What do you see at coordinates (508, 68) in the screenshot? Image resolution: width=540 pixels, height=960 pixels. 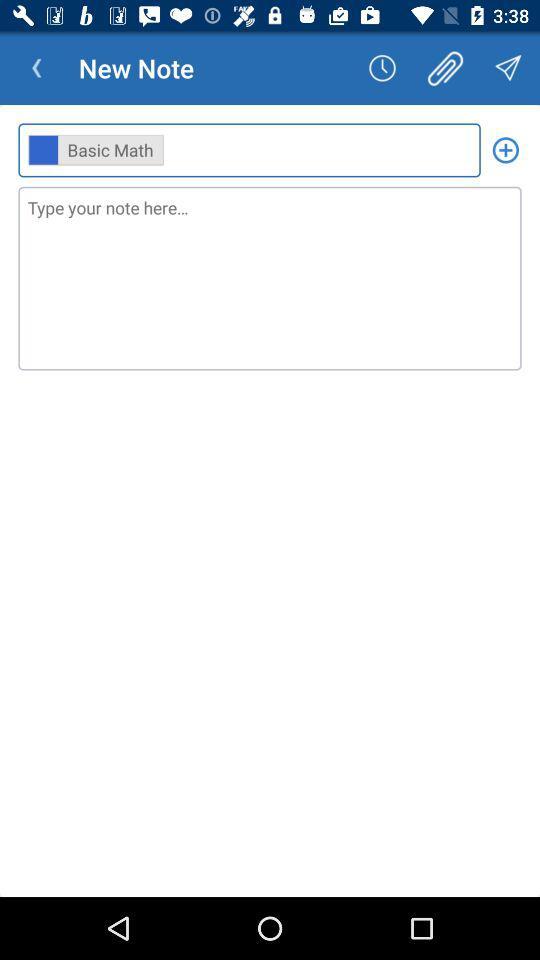 I see `the icon above the ,,  item` at bounding box center [508, 68].